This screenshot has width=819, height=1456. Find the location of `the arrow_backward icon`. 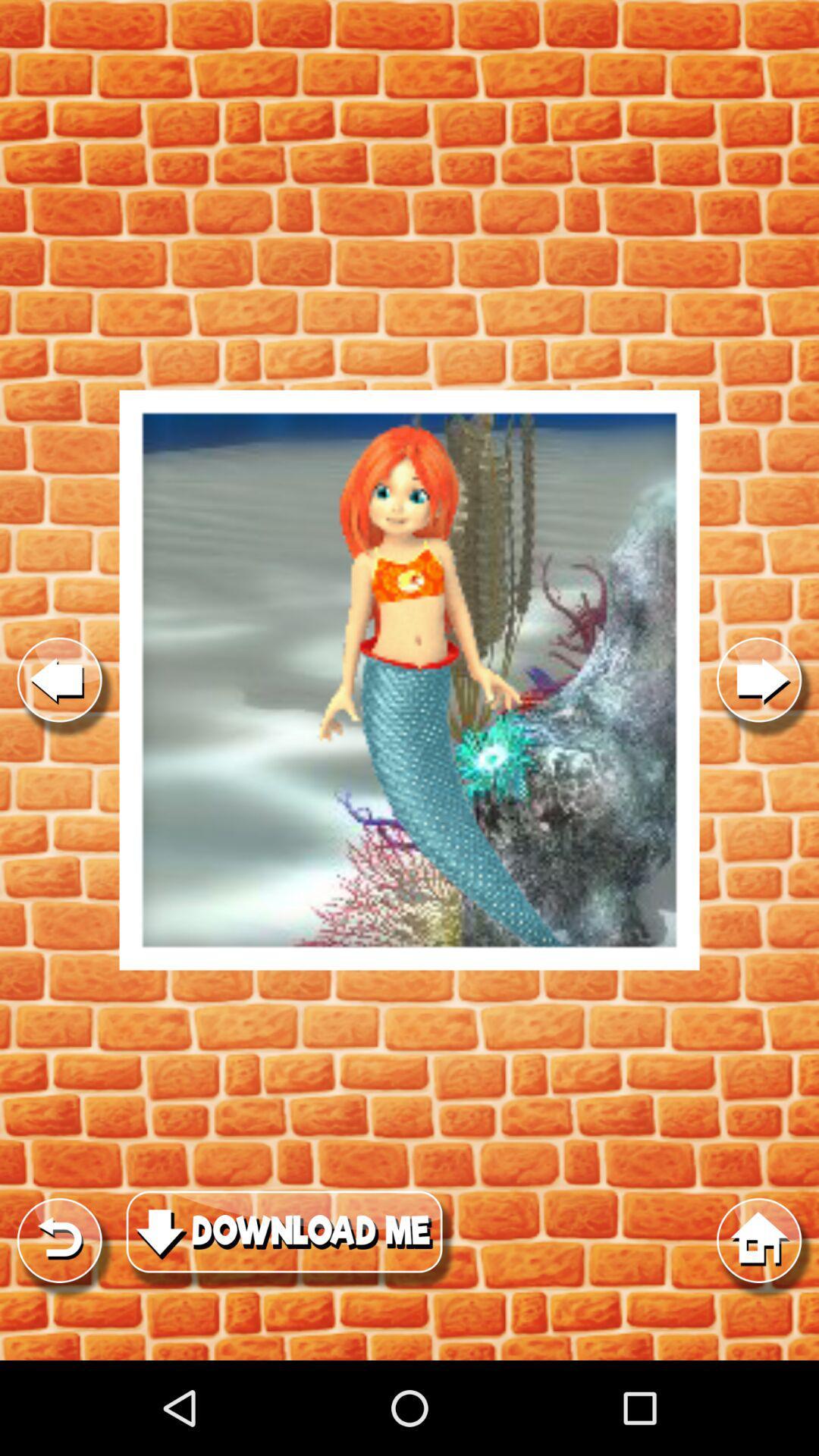

the arrow_backward icon is located at coordinates (58, 728).